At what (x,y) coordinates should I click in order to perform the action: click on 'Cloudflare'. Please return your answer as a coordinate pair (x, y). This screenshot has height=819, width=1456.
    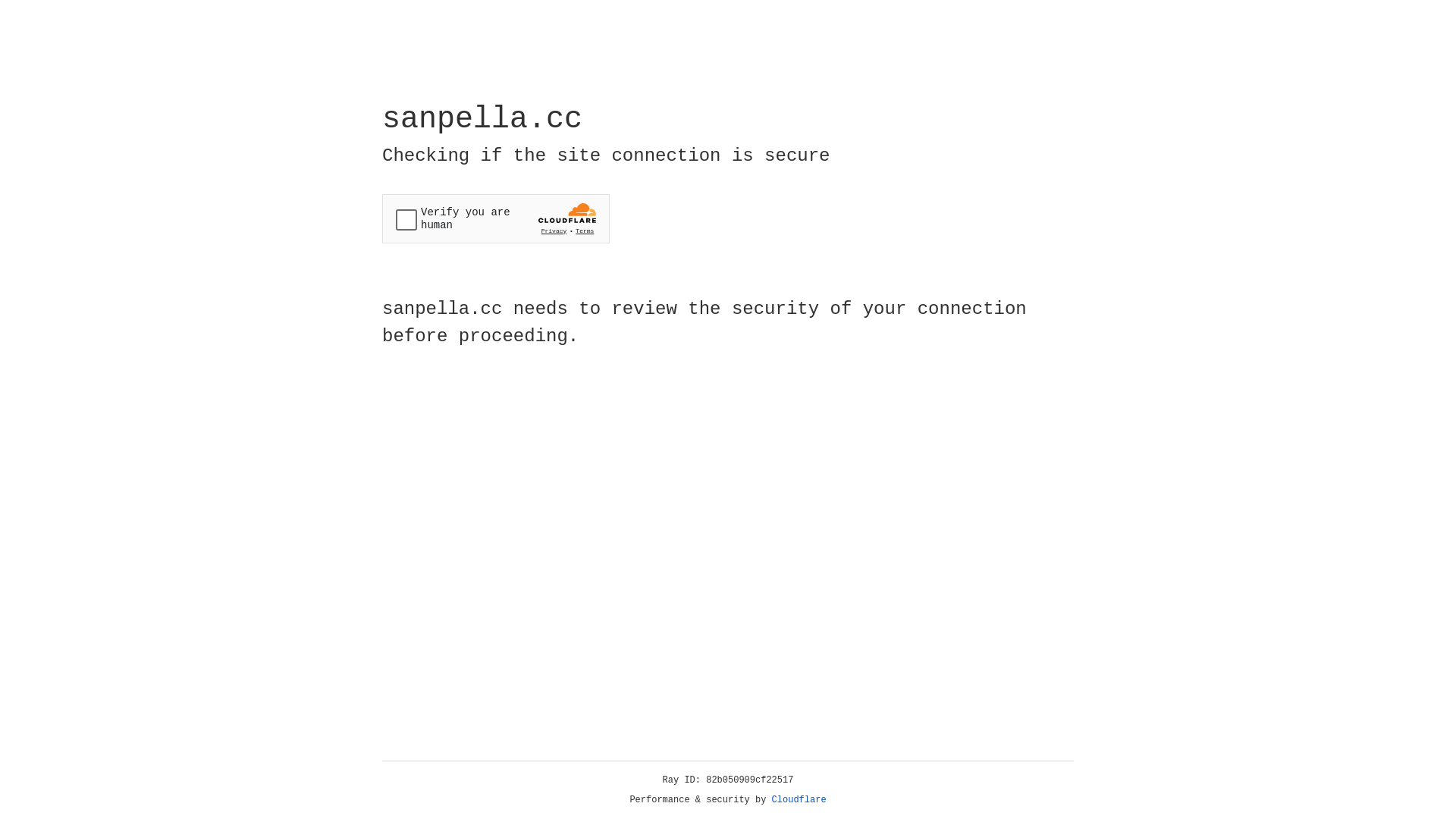
    Looking at the image, I should click on (799, 799).